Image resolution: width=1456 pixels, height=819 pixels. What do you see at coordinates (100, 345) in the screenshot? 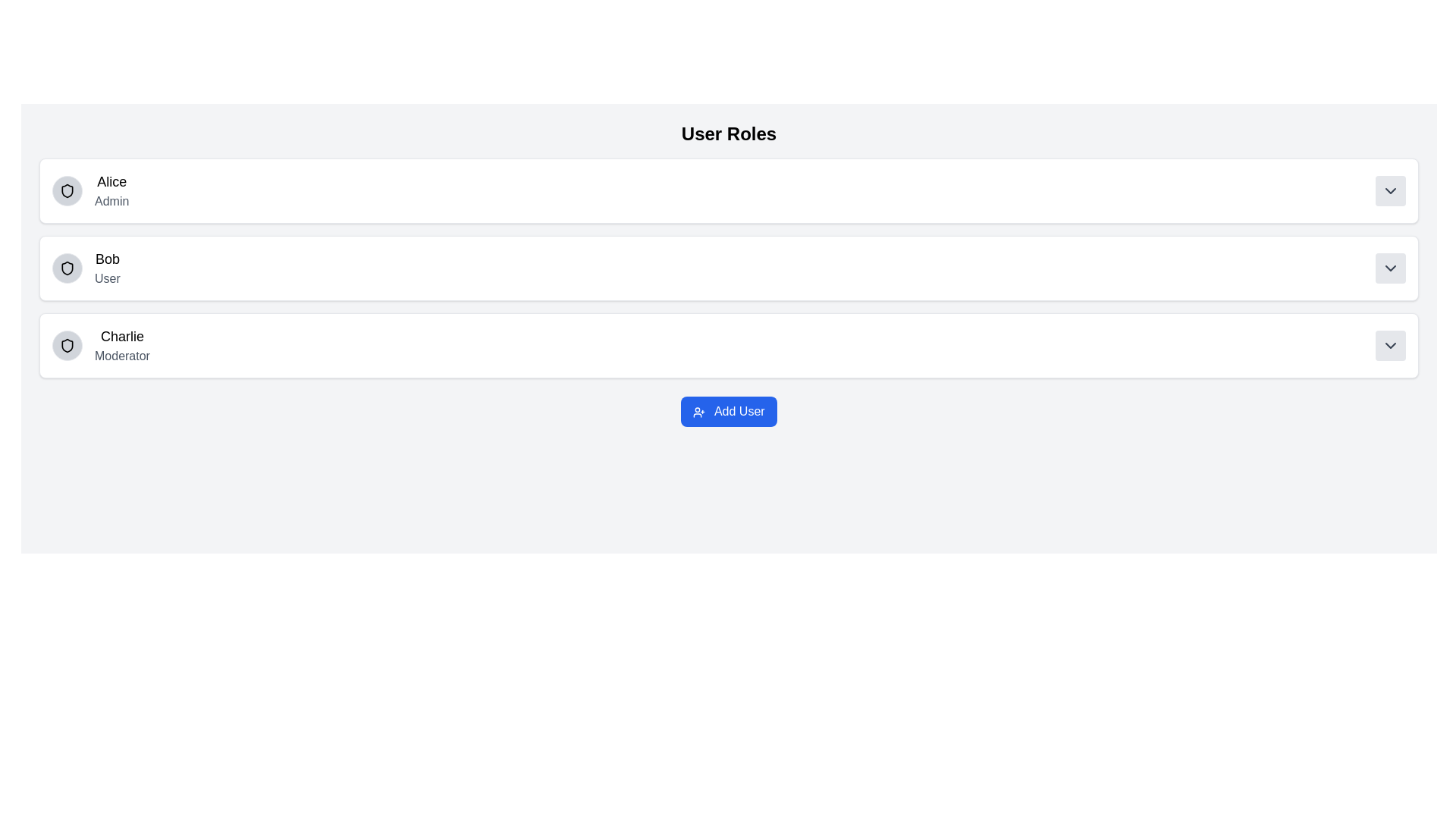
I see `the text label with the name 'Charlie' and the subtitle 'Moderator', which is located in the third row of the user roles list, accompanied by a shield icon on the left` at bounding box center [100, 345].